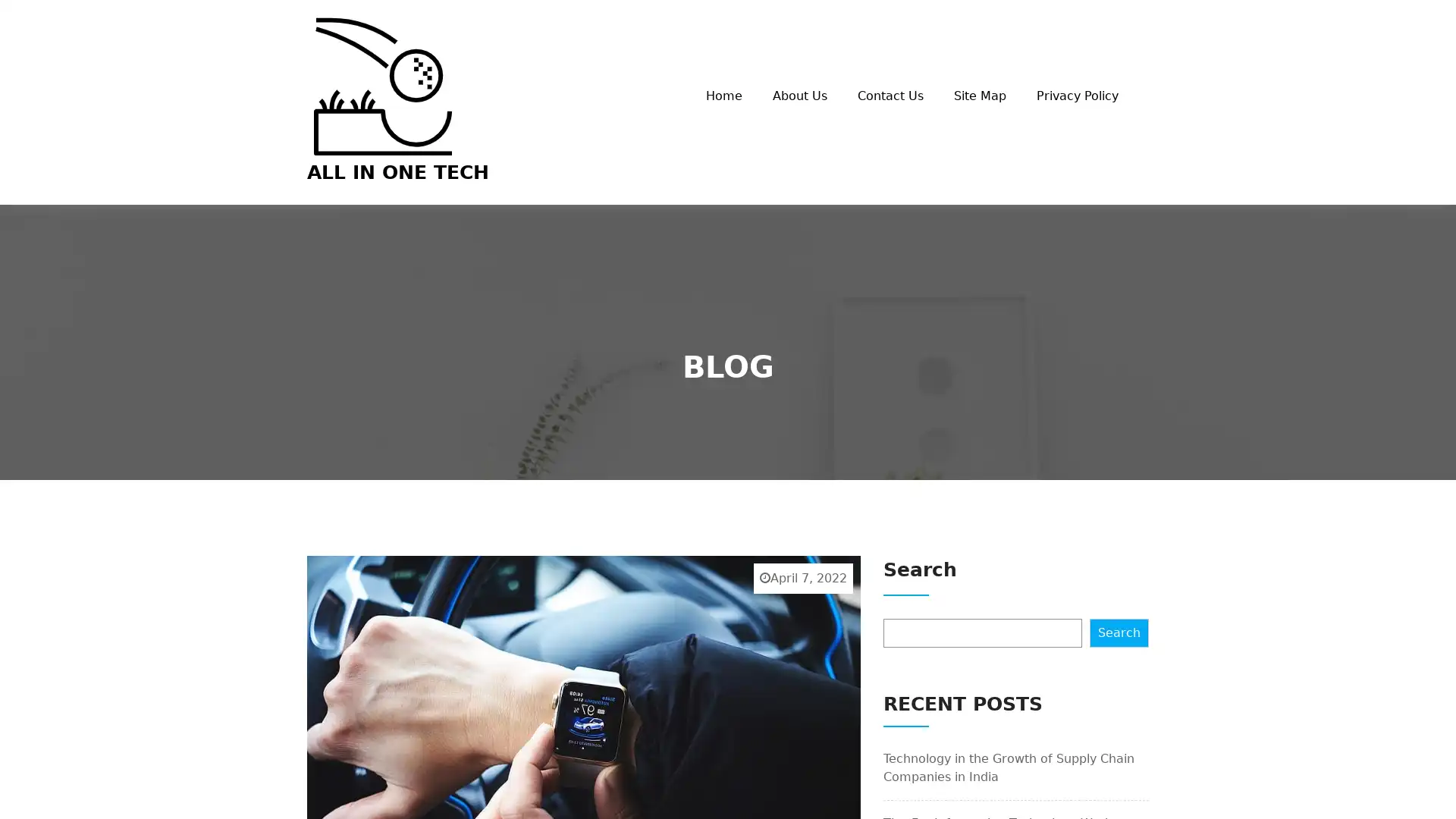 The image size is (1456, 819). Describe the element at coordinates (1119, 632) in the screenshot. I see `Search` at that location.